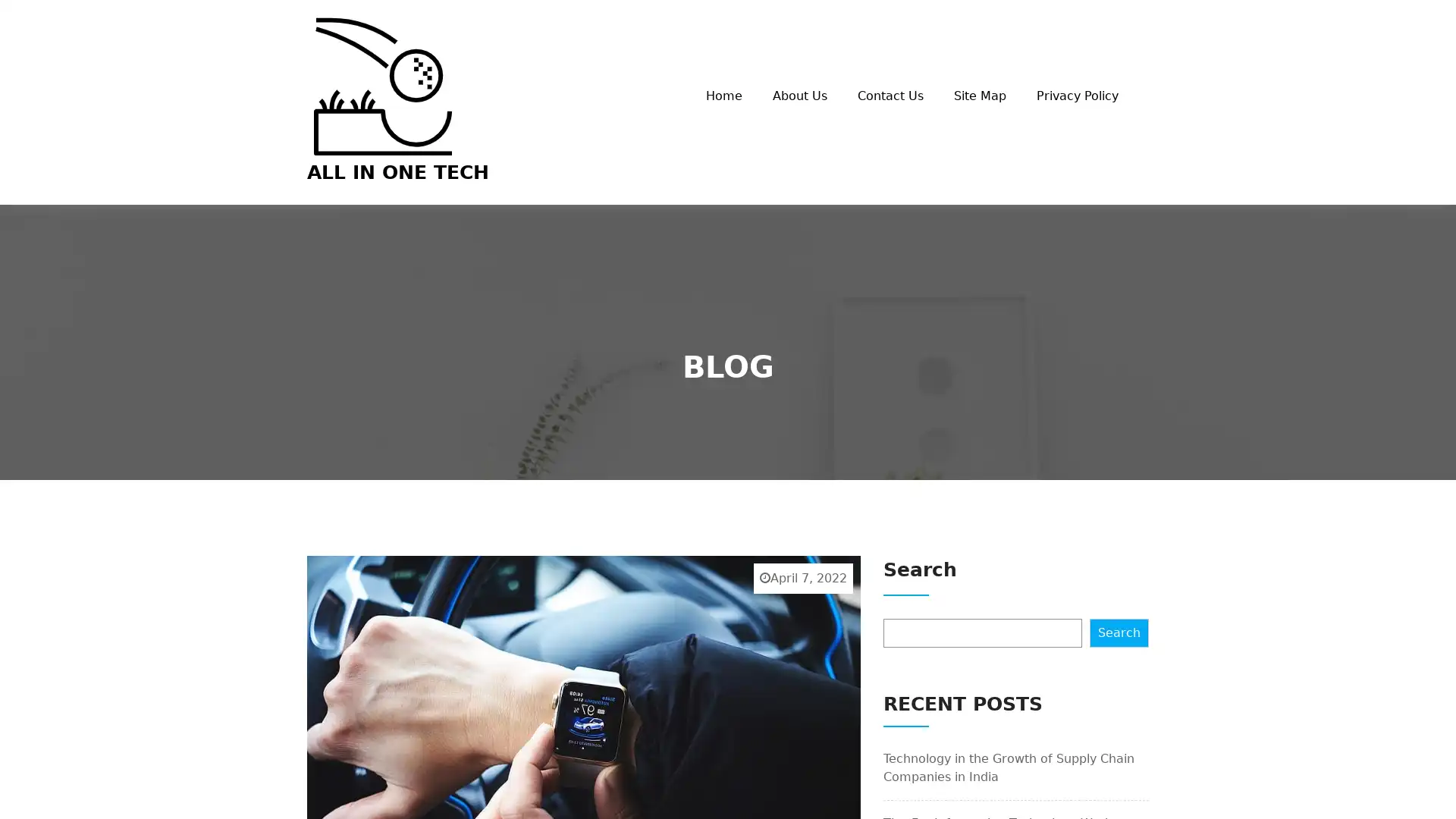 The image size is (1456, 819). Describe the element at coordinates (1119, 632) in the screenshot. I see `Search` at that location.